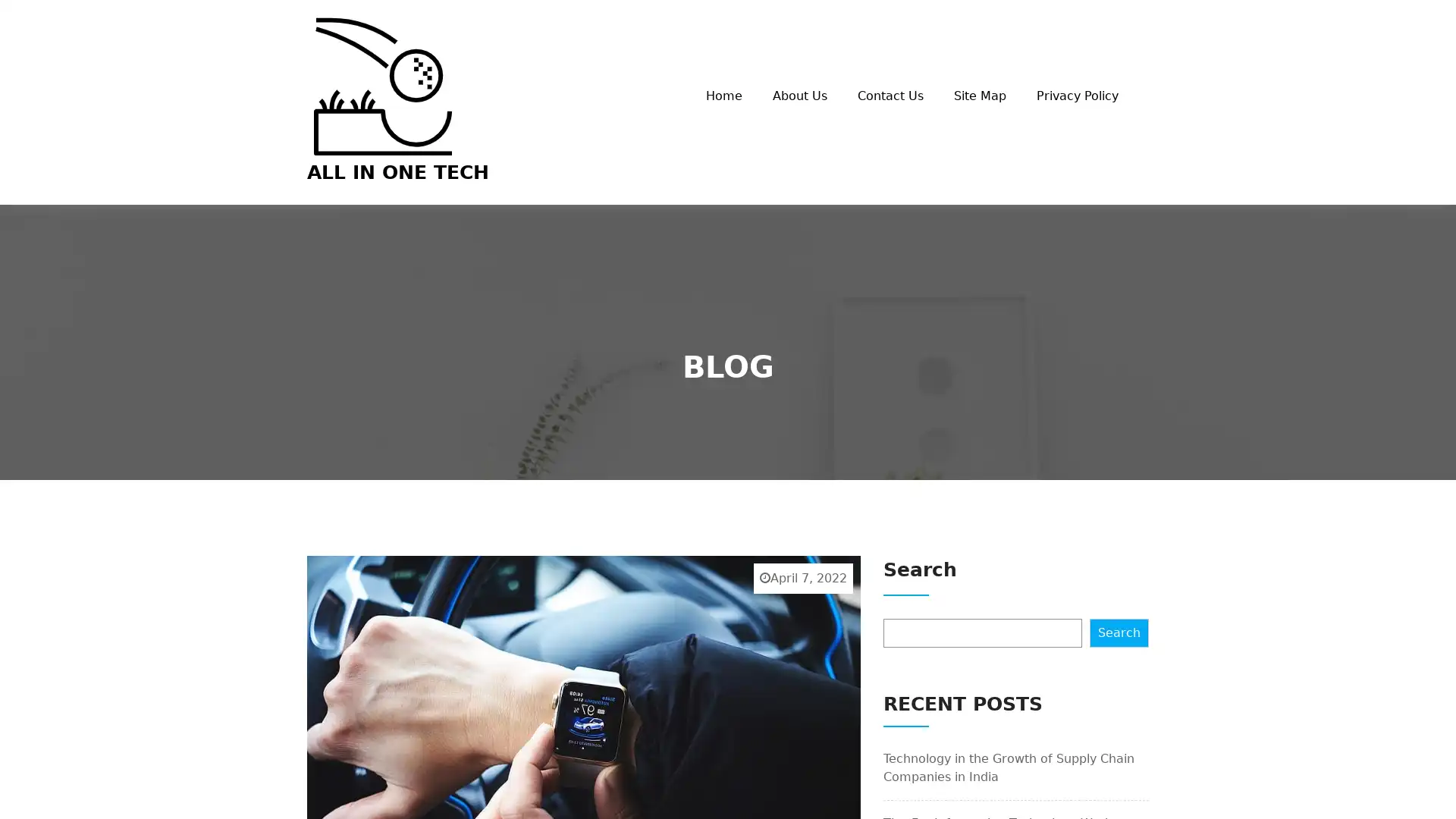 The image size is (1456, 819). Describe the element at coordinates (1119, 632) in the screenshot. I see `Search` at that location.